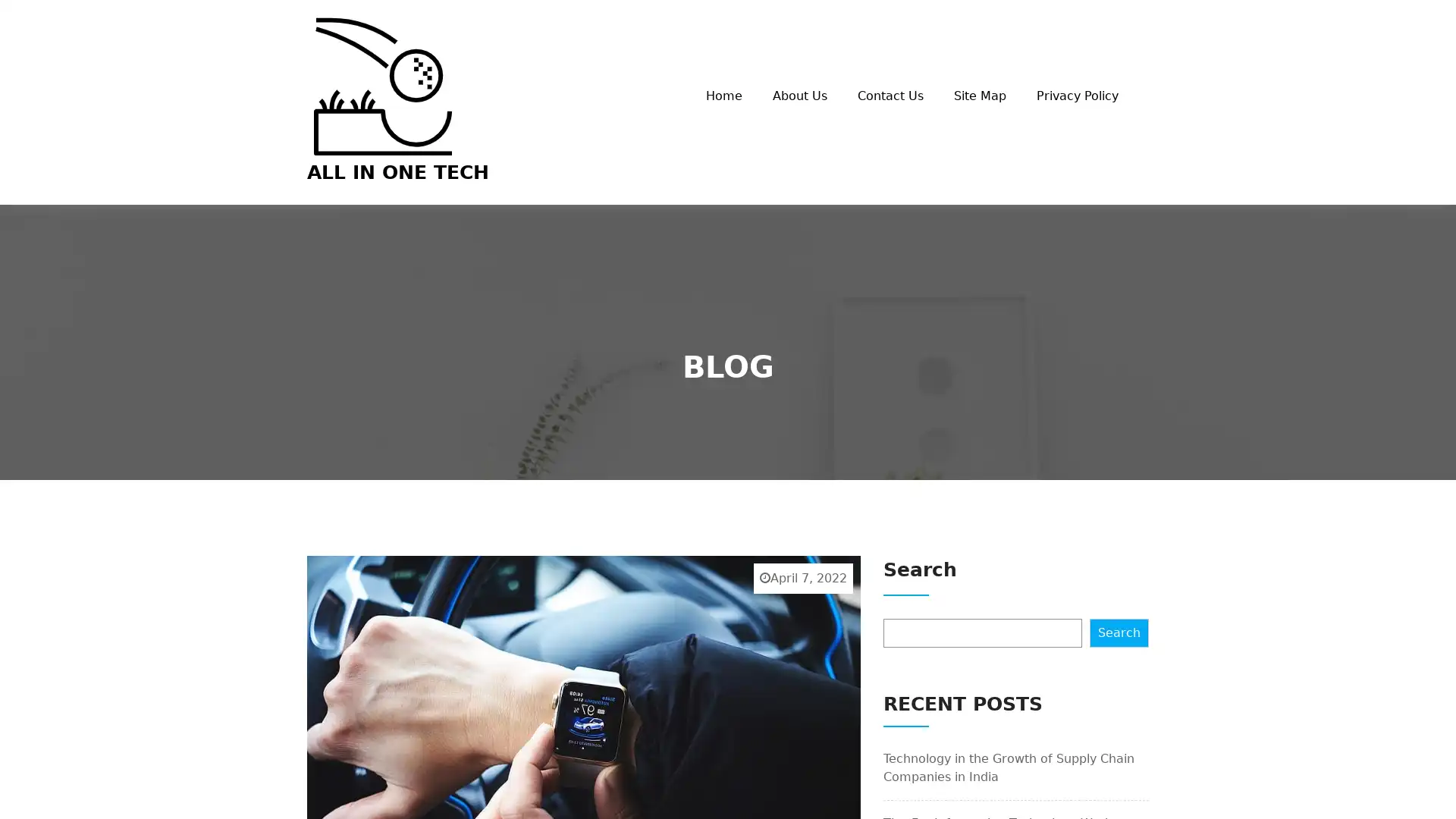 The image size is (1456, 819). Describe the element at coordinates (1119, 632) in the screenshot. I see `Search` at that location.